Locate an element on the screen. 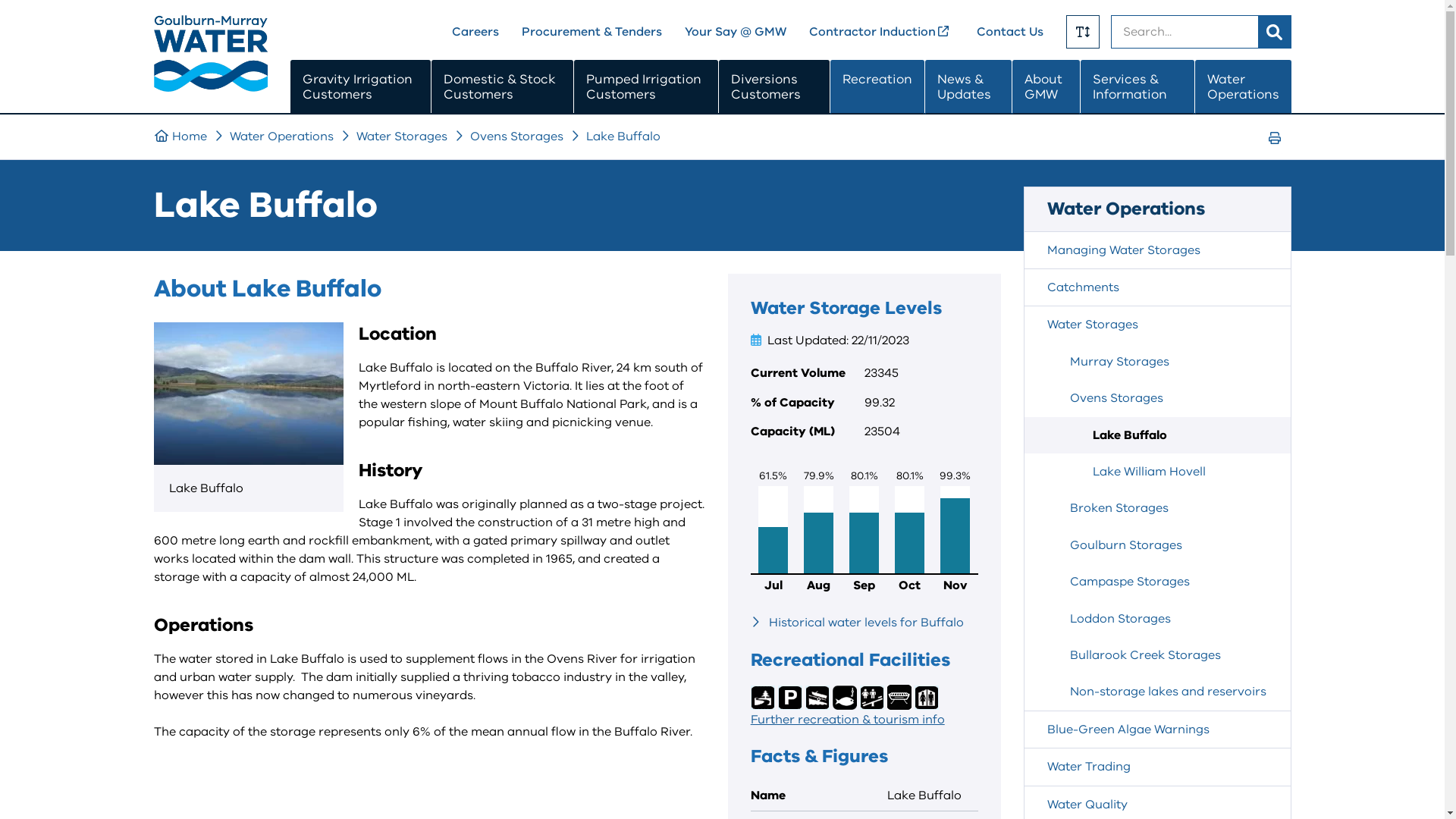 The height and width of the screenshot is (819, 1456). 'Bullarook Creek Storages' is located at coordinates (1156, 654).